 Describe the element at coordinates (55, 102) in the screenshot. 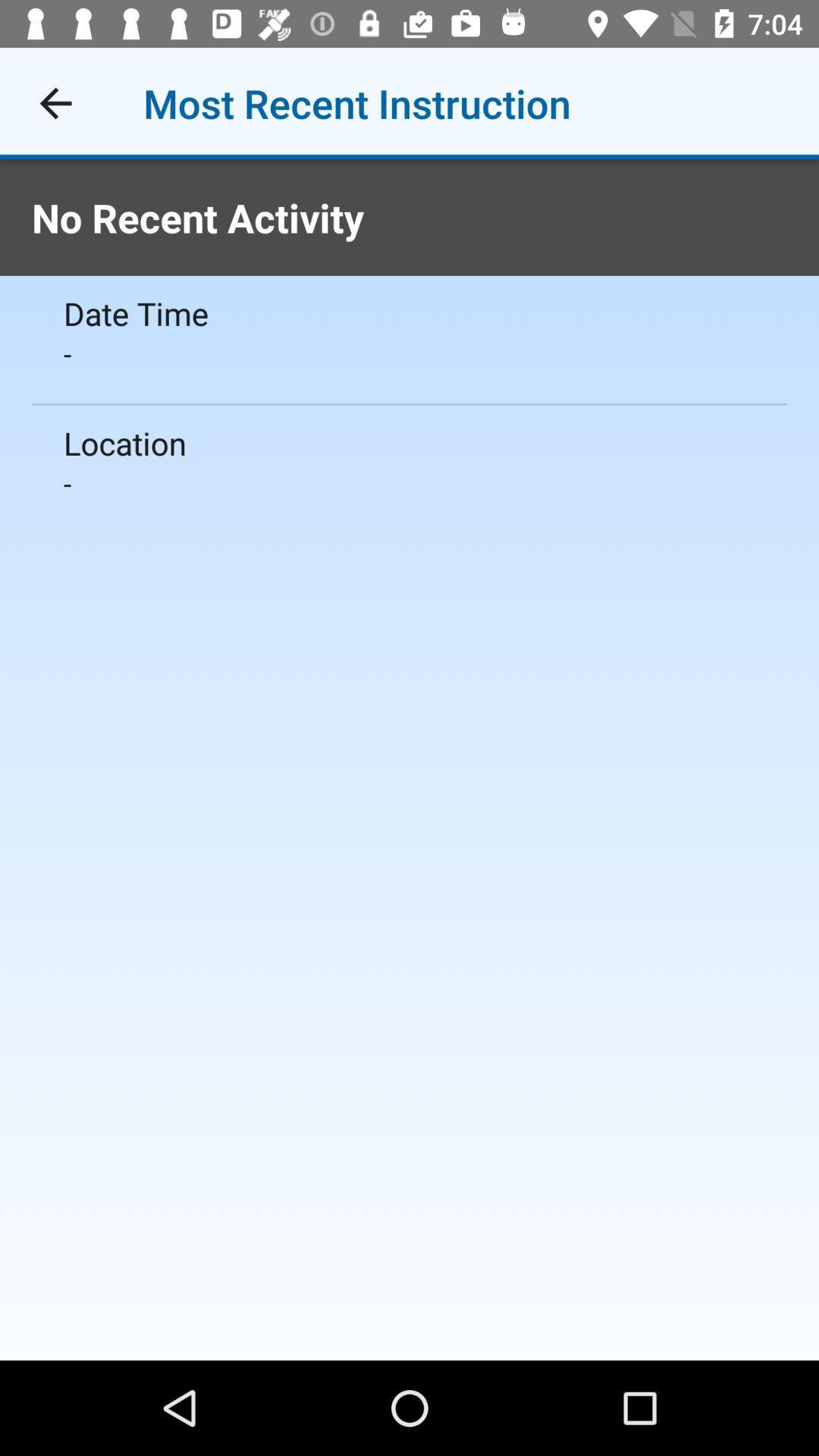

I see `item next to most recent instruction item` at that location.